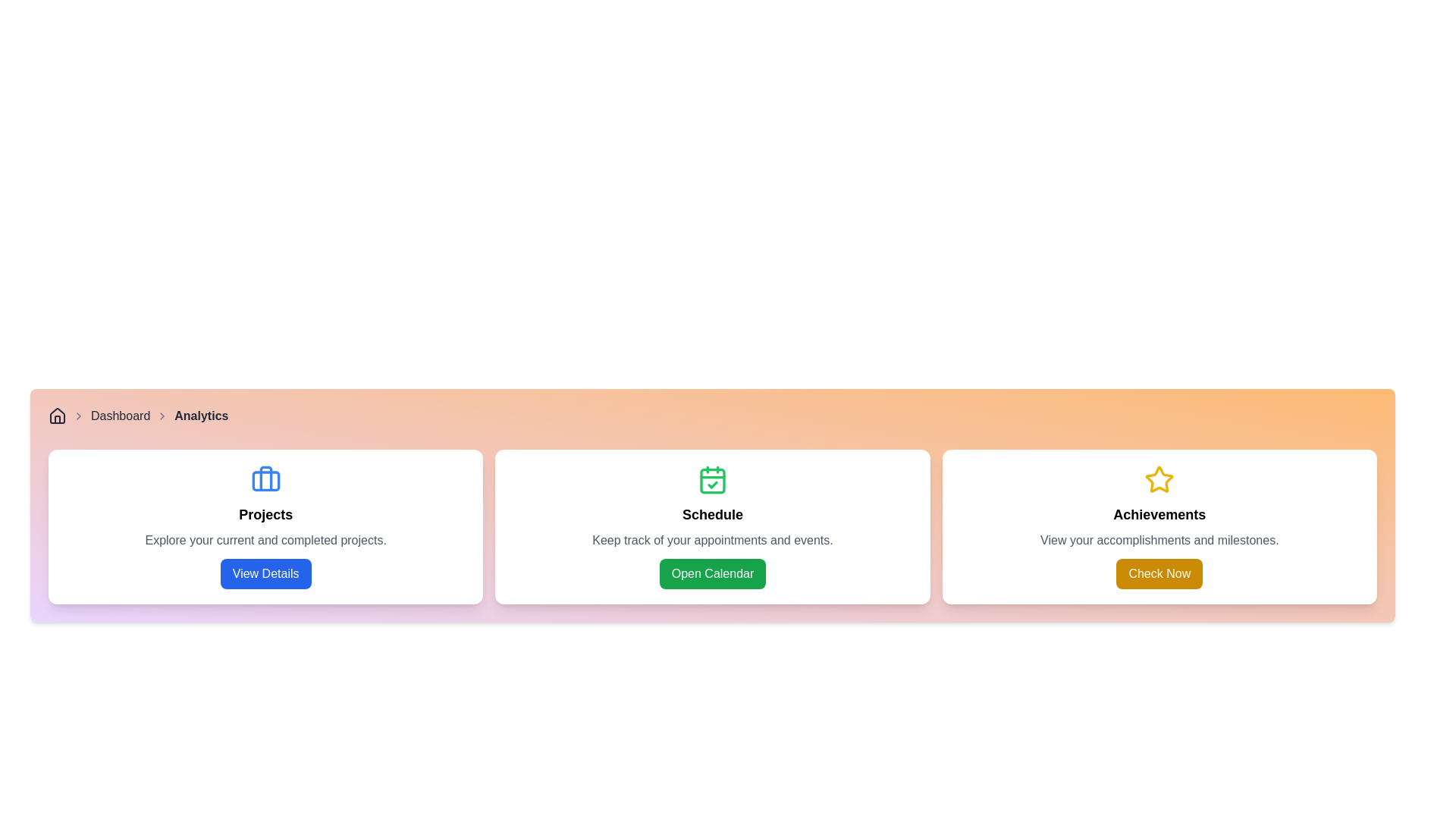 This screenshot has height=819, width=1456. What do you see at coordinates (712, 513) in the screenshot?
I see `the 'Schedule' text element, which serves as the heading for the scheduling card, located in the top-center of the middle card in a three-card layout` at bounding box center [712, 513].